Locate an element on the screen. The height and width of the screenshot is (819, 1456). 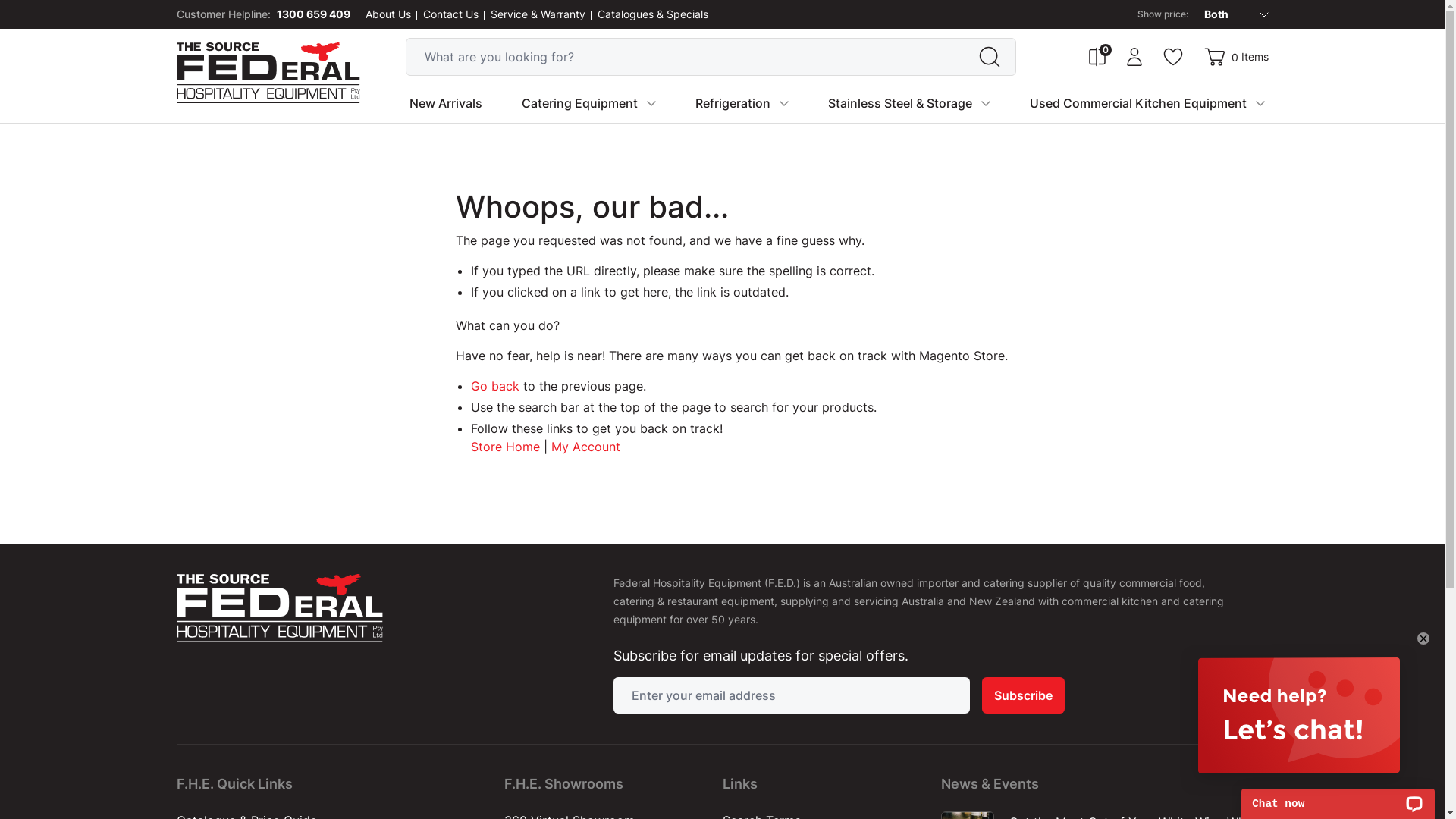
'About Us' is located at coordinates (388, 14).